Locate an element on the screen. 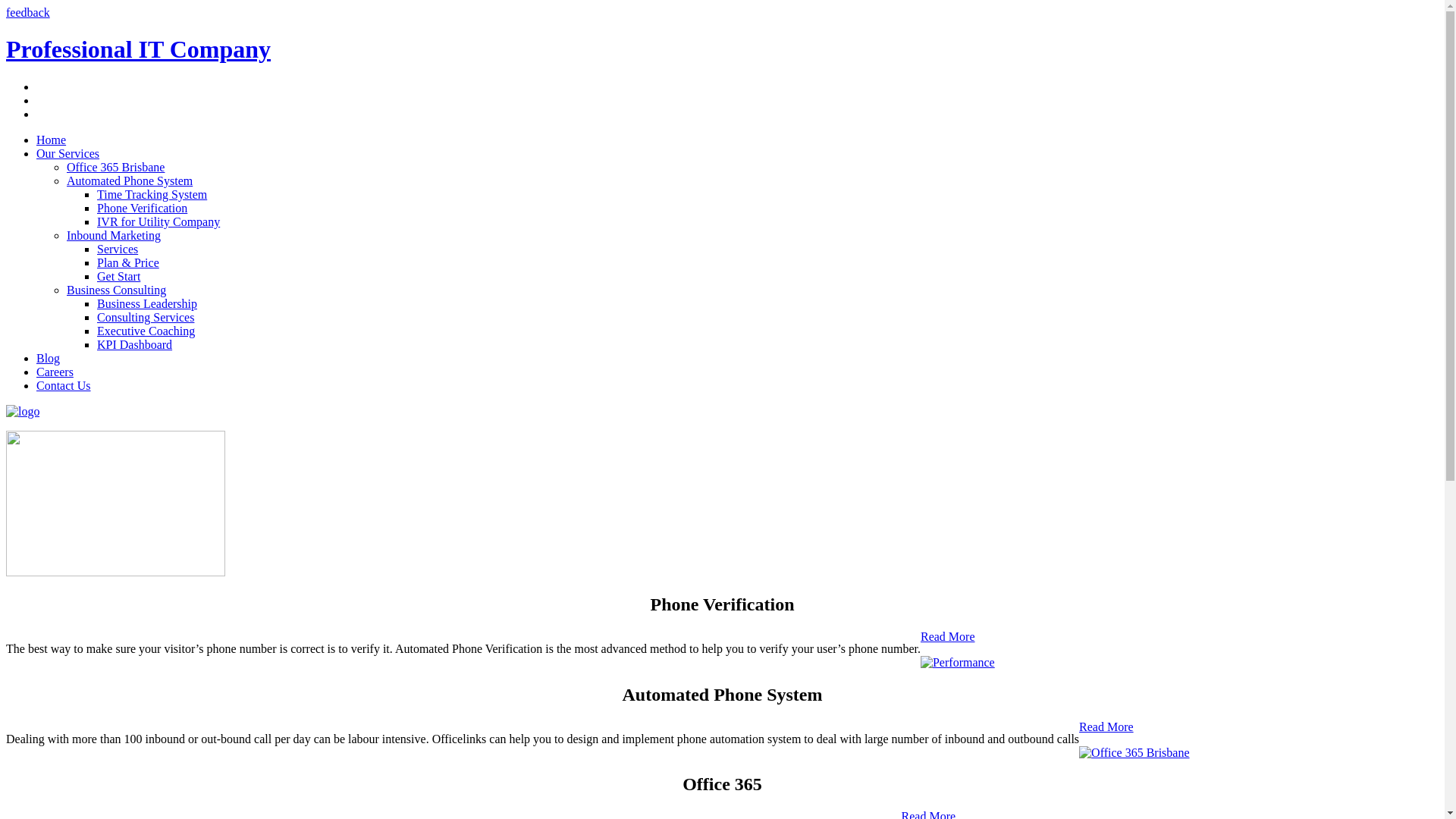 This screenshot has height=819, width=1456. 'Automated Phone System' is located at coordinates (130, 180).